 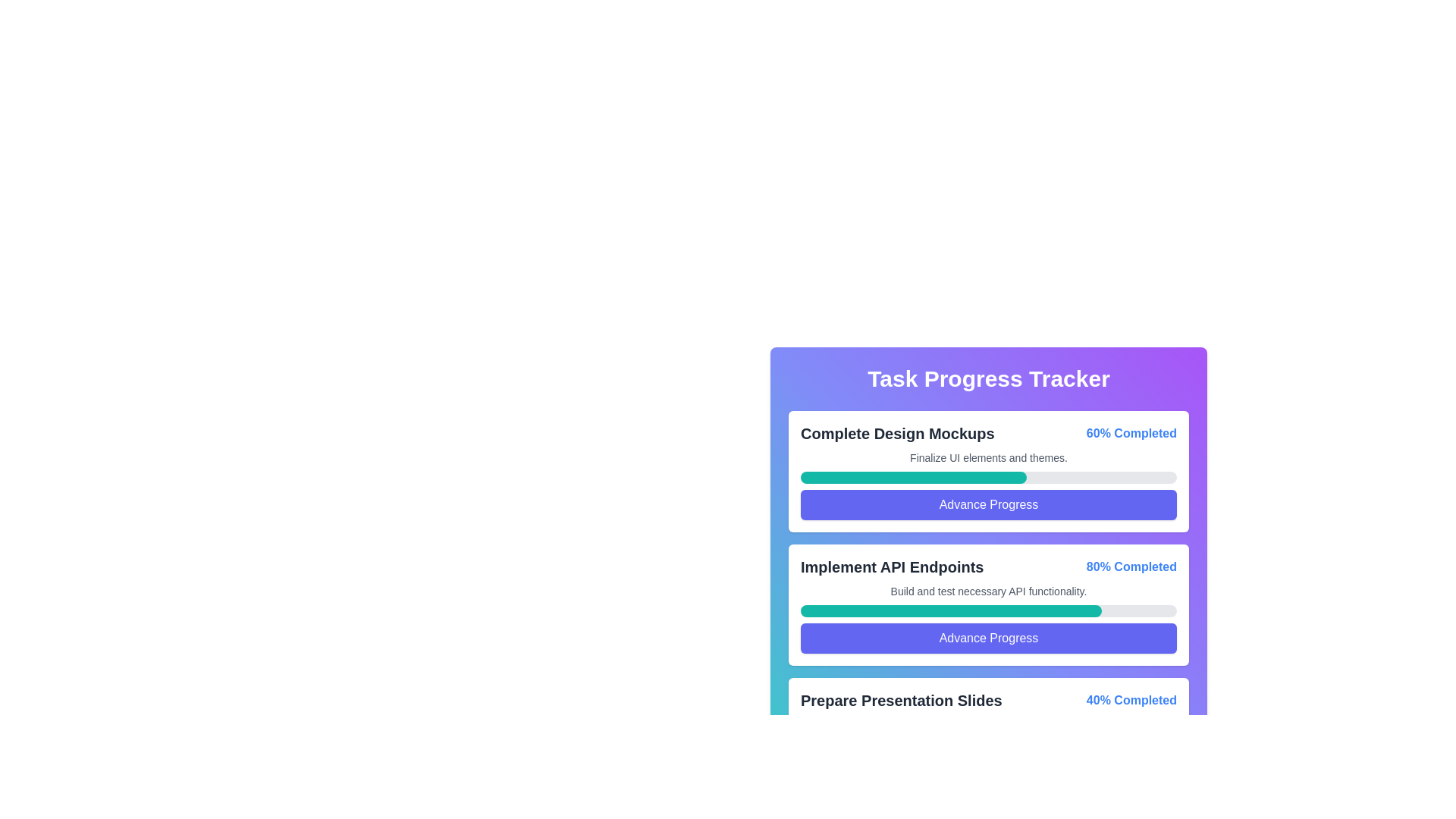 I want to click on the text label that serves as the header for the task progress tracker interface, which is centrally positioned at the top of the layout, so click(x=989, y=378).